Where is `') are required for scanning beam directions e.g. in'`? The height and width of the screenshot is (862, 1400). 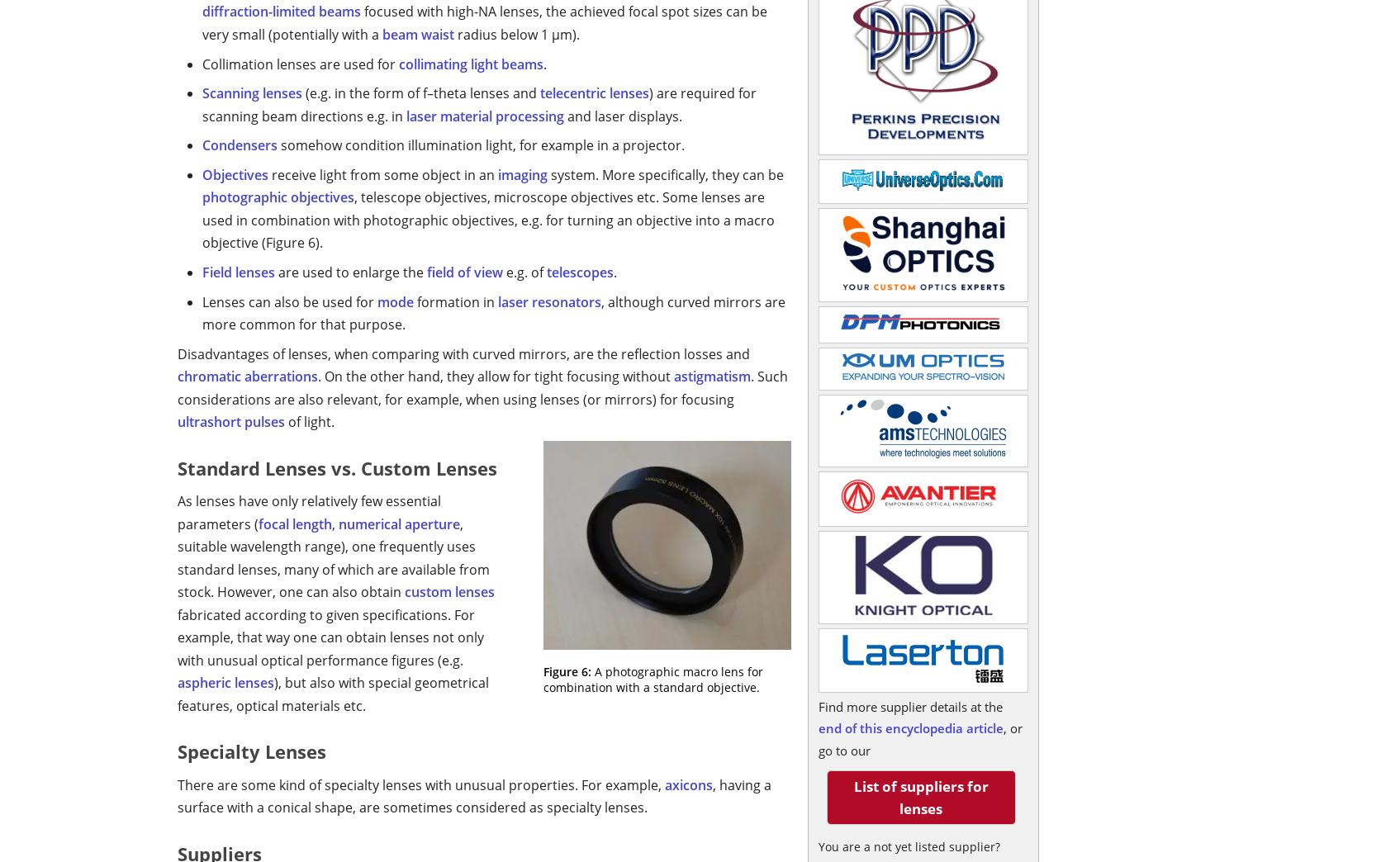
') are required for scanning beam directions e.g. in' is located at coordinates (479, 104).